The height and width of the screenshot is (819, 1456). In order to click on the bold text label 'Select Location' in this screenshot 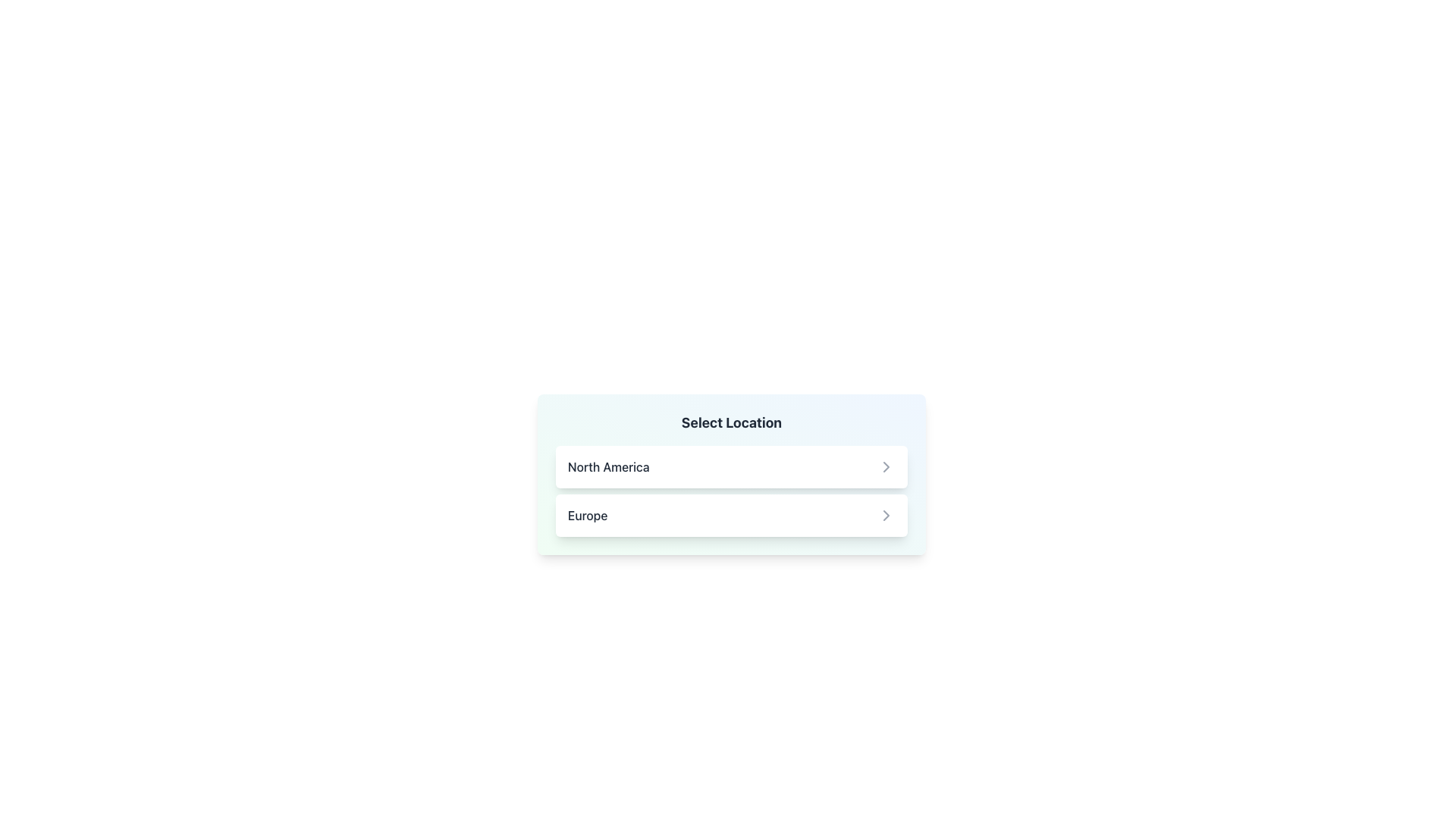, I will do `click(731, 423)`.